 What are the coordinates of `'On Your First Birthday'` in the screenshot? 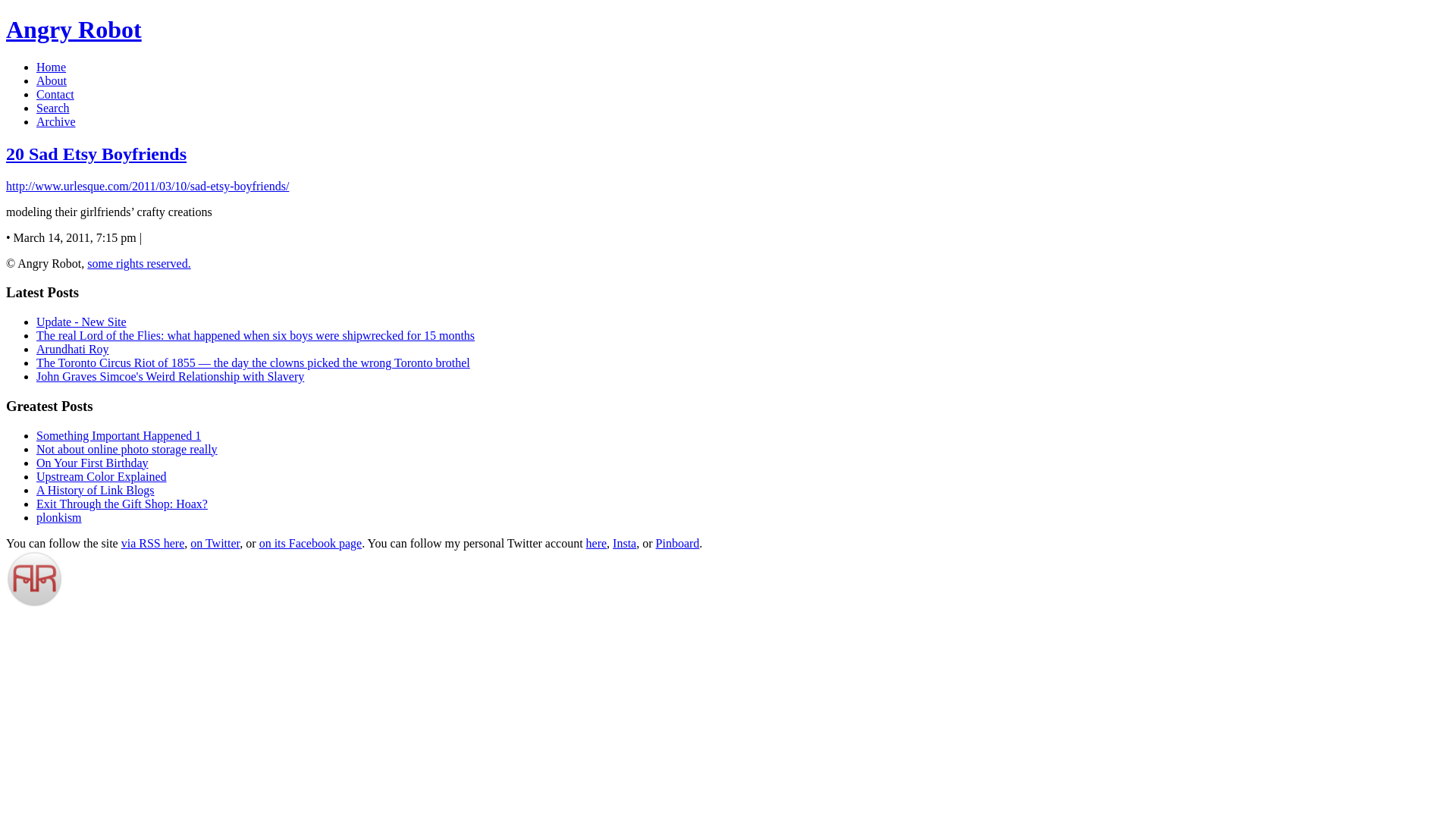 It's located at (91, 462).